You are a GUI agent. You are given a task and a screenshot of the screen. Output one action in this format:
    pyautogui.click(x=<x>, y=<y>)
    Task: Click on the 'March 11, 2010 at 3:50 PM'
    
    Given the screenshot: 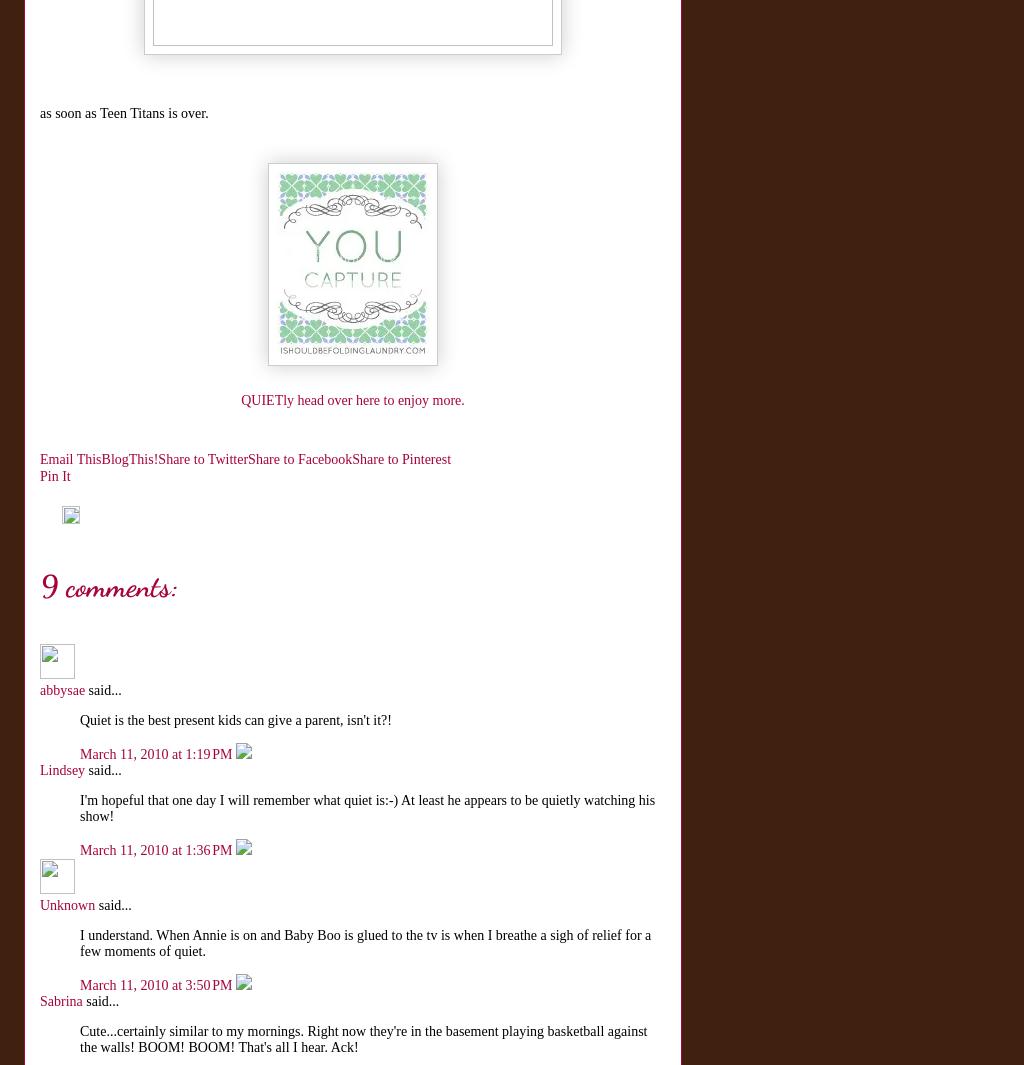 What is the action you would take?
    pyautogui.click(x=157, y=985)
    